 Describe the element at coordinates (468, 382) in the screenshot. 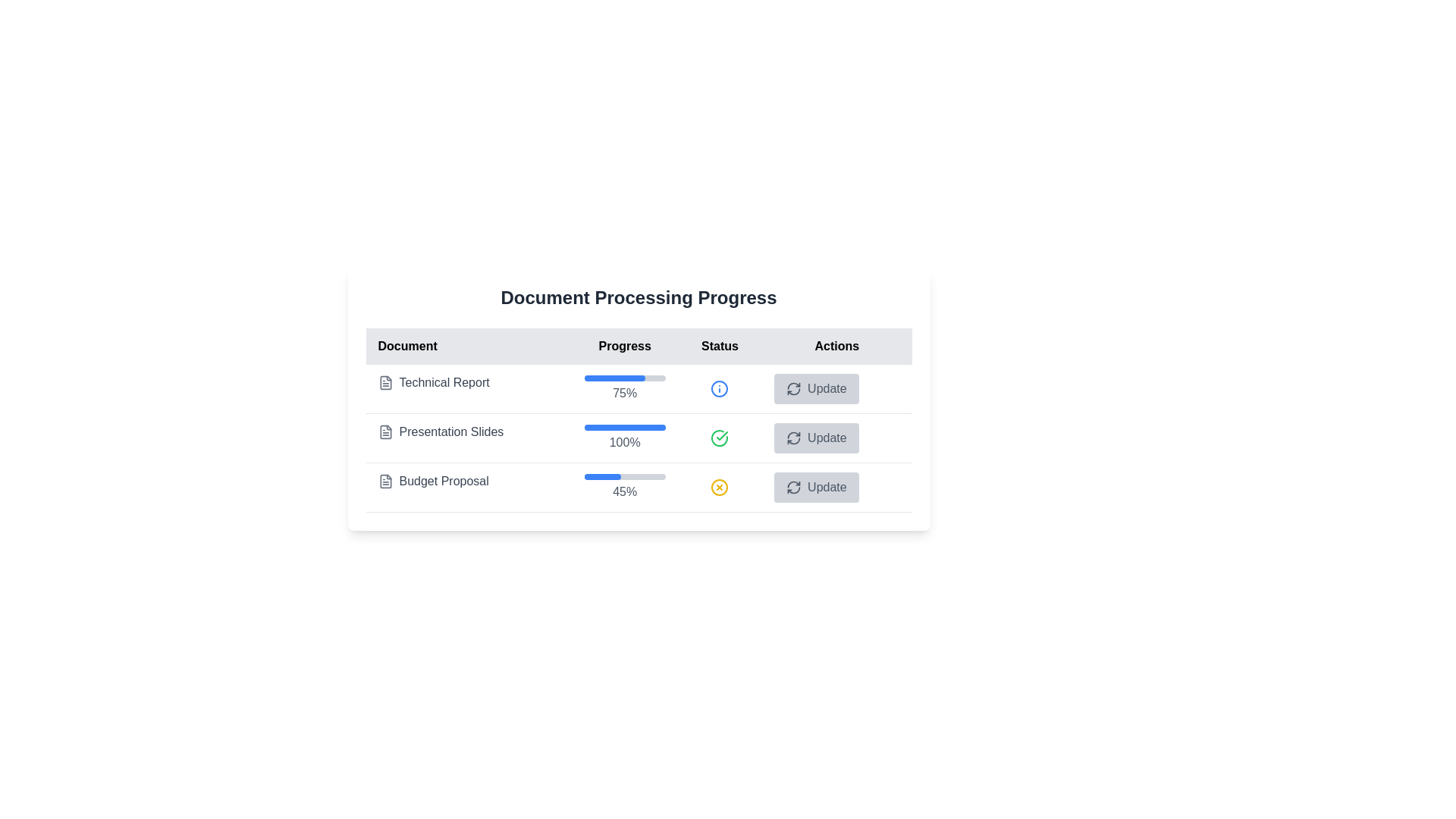

I see `the document title text label, which is the first item in the vertical list under the 'Document' column` at that location.